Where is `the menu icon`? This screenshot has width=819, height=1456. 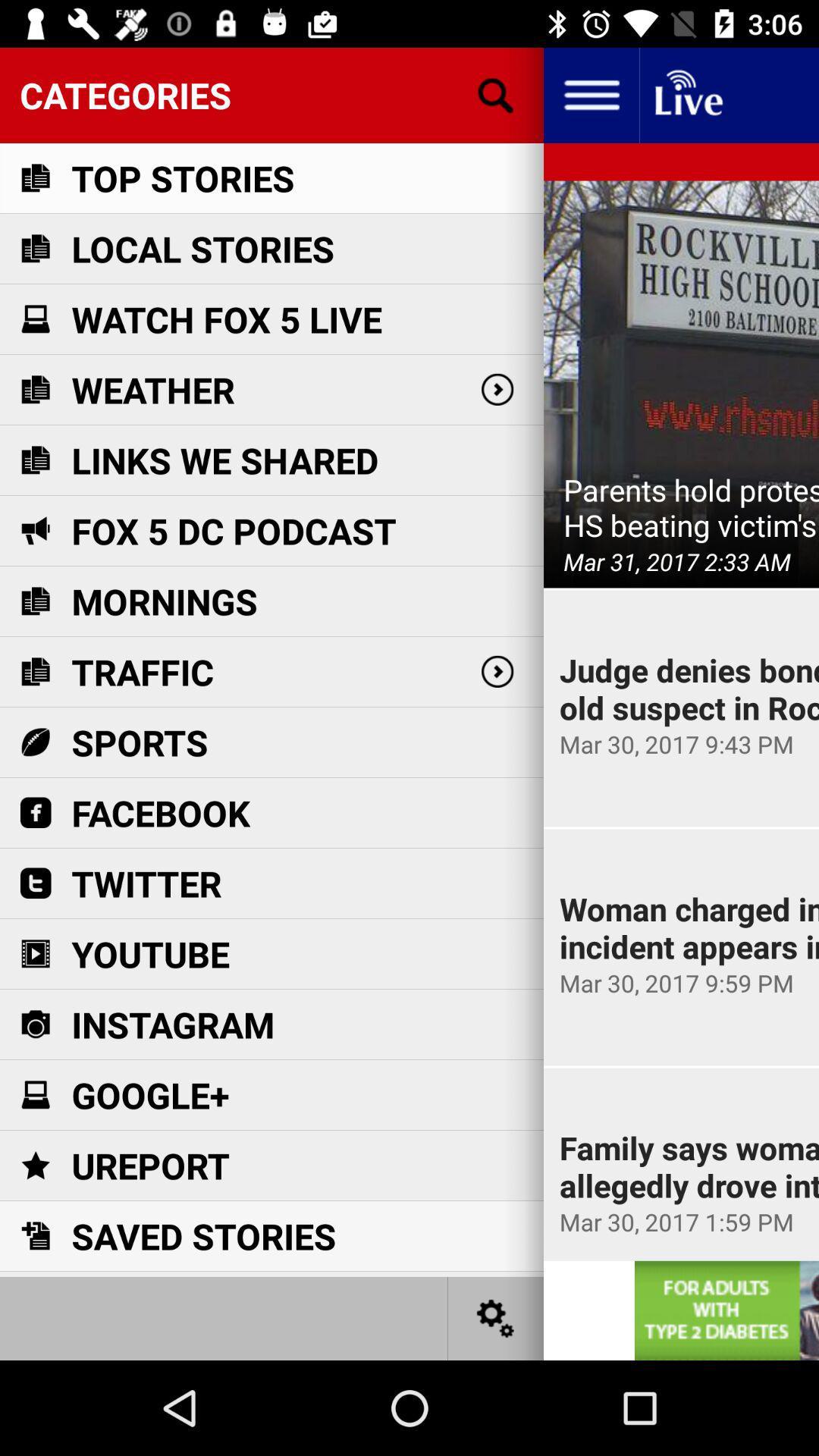
the menu icon is located at coordinates (590, 94).